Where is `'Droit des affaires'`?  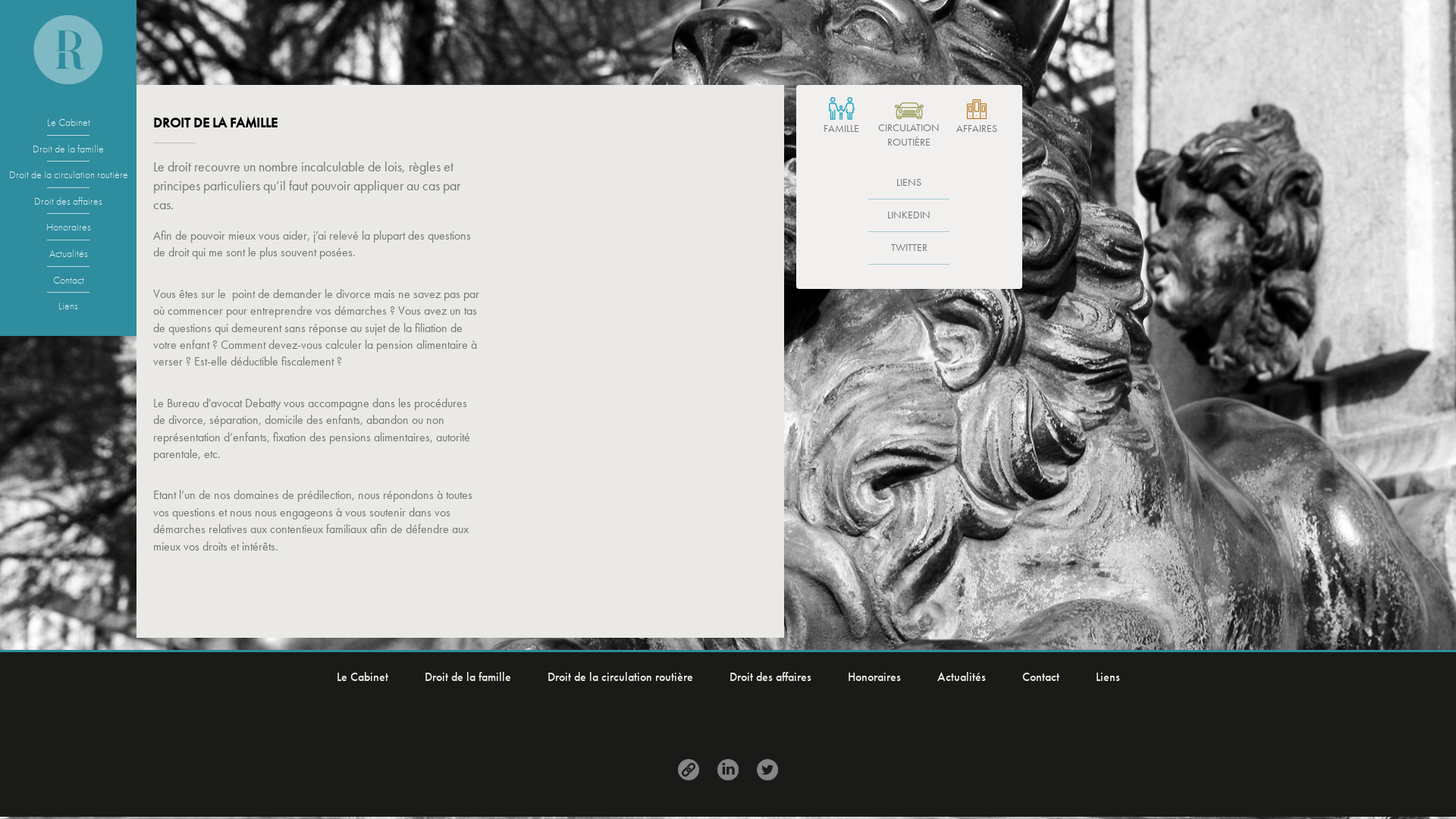
'Droit des affaires' is located at coordinates (33, 206).